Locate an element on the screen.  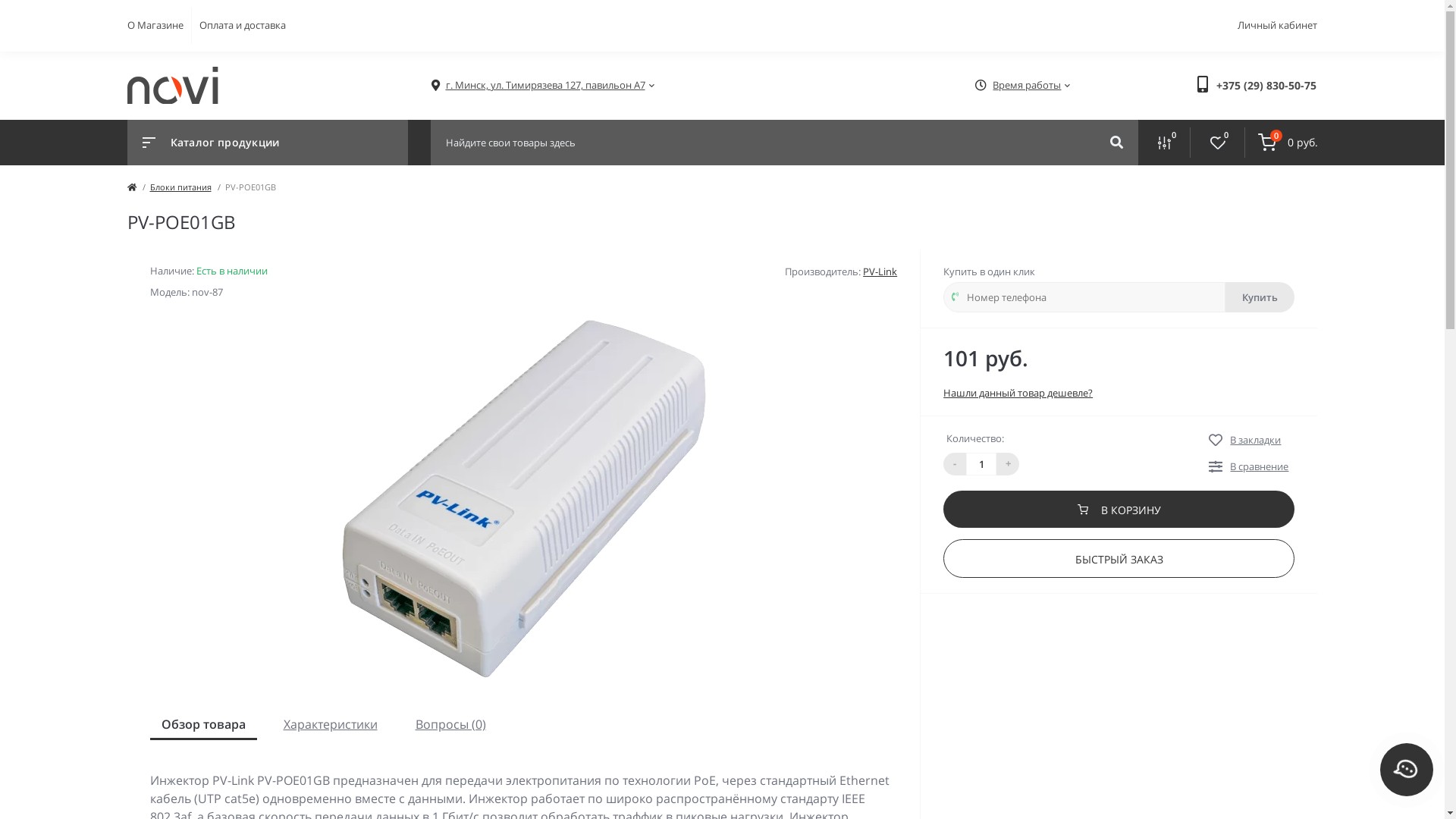
'+375 (29) 830-50-75' is located at coordinates (1216, 85).